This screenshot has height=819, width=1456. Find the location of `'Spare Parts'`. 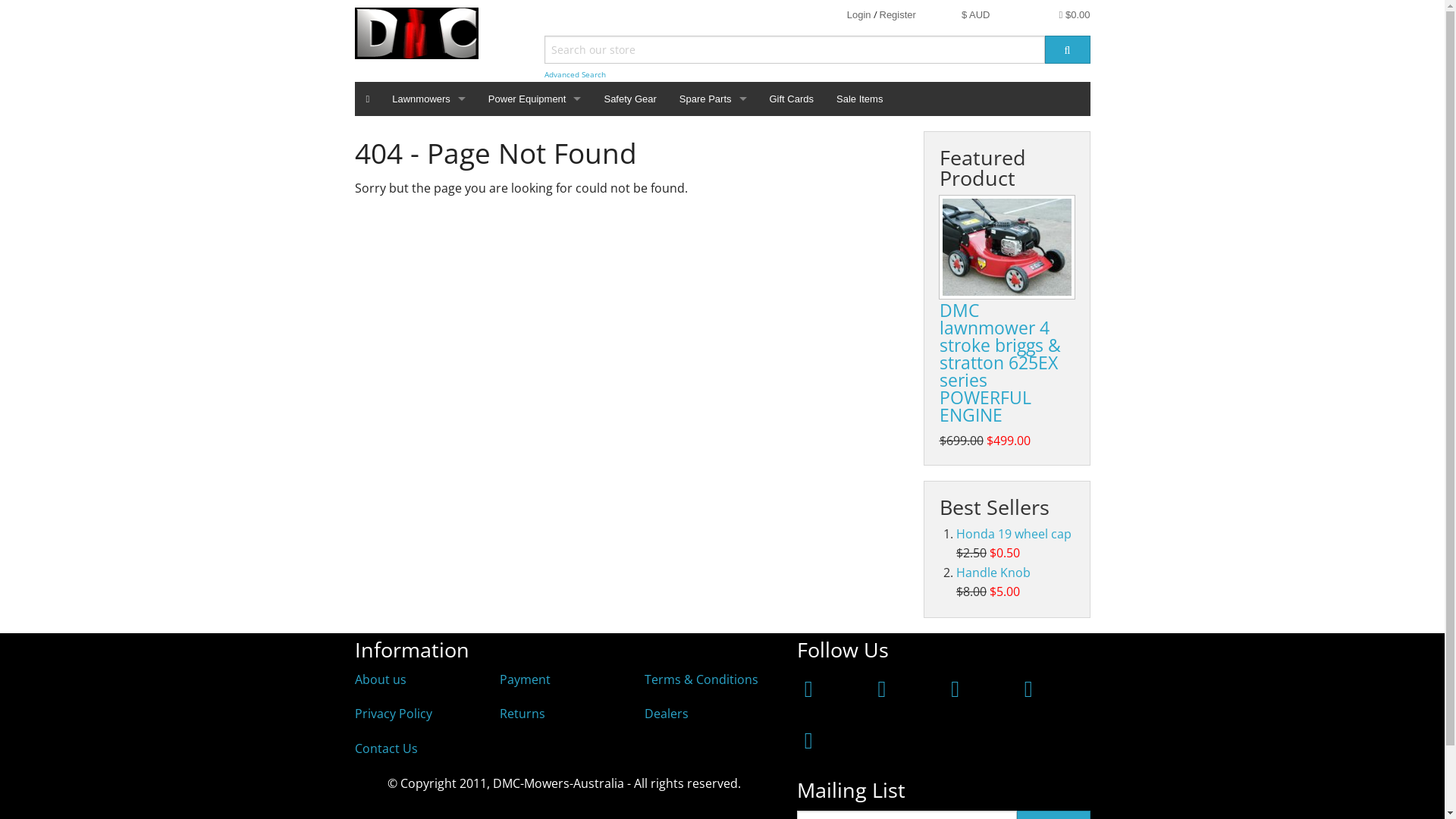

'Spare Parts' is located at coordinates (712, 99).